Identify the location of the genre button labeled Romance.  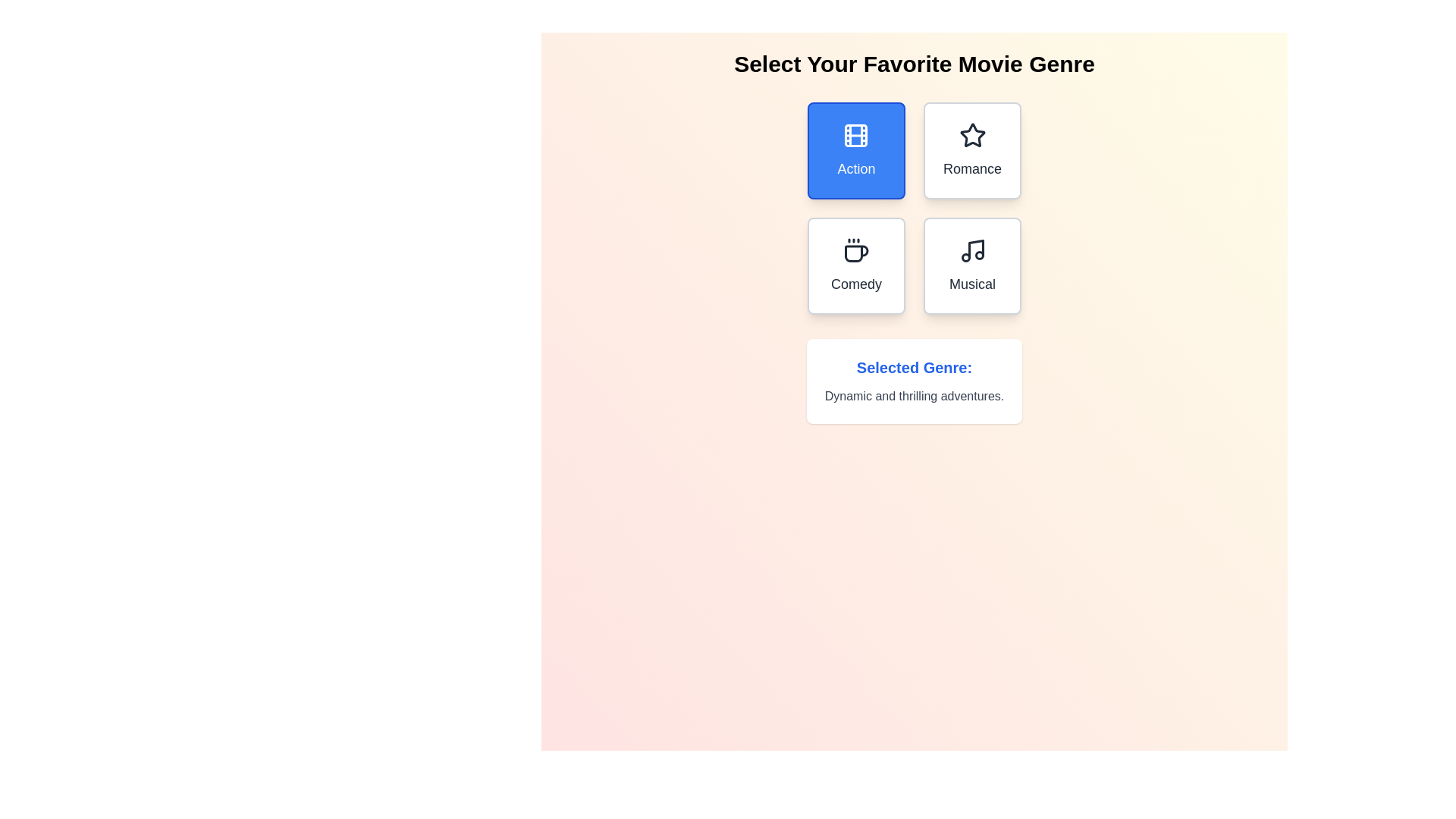
(971, 151).